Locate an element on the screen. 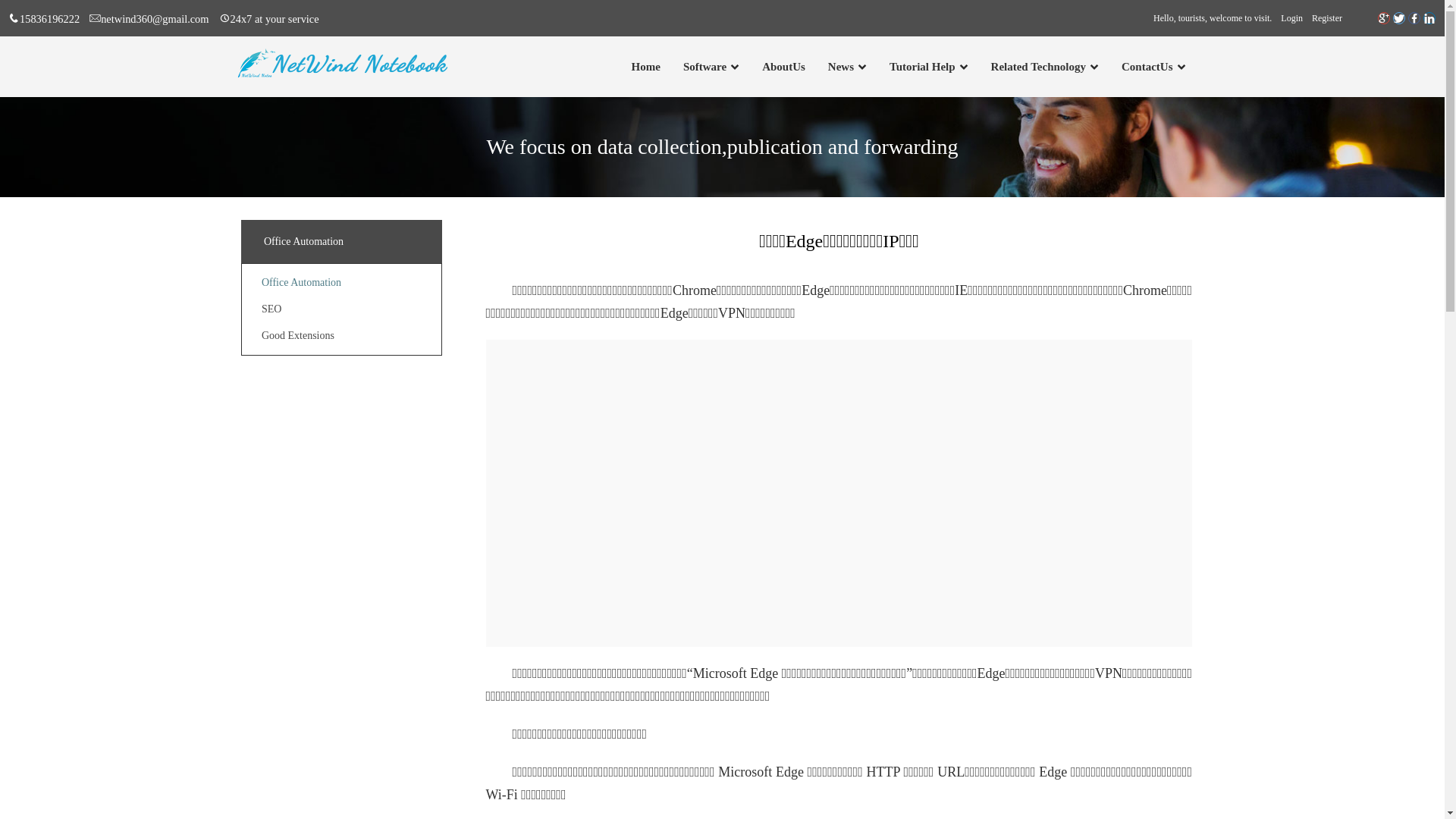  'Home' is located at coordinates (645, 66).